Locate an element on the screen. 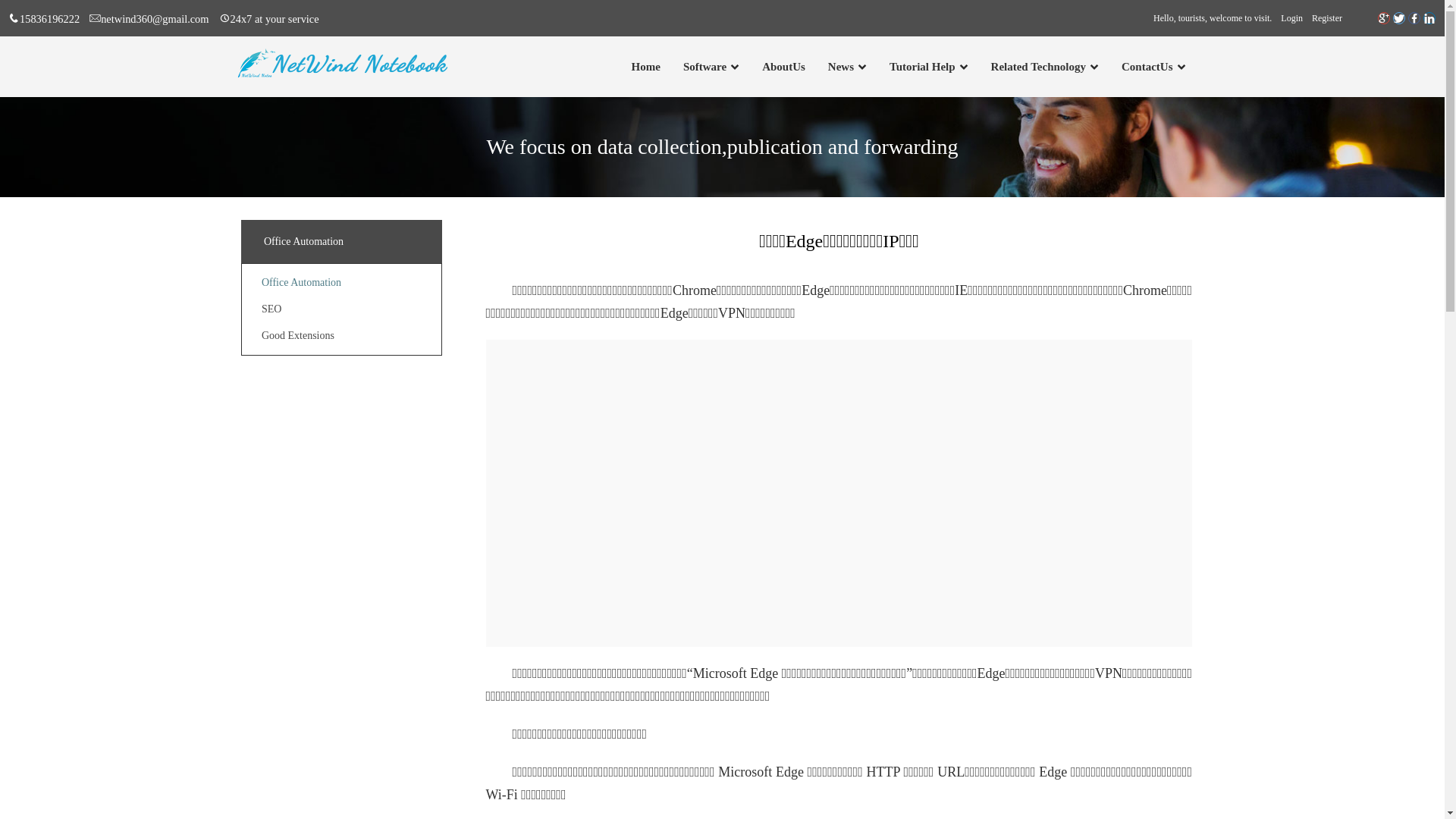  'Home' is located at coordinates (645, 66).